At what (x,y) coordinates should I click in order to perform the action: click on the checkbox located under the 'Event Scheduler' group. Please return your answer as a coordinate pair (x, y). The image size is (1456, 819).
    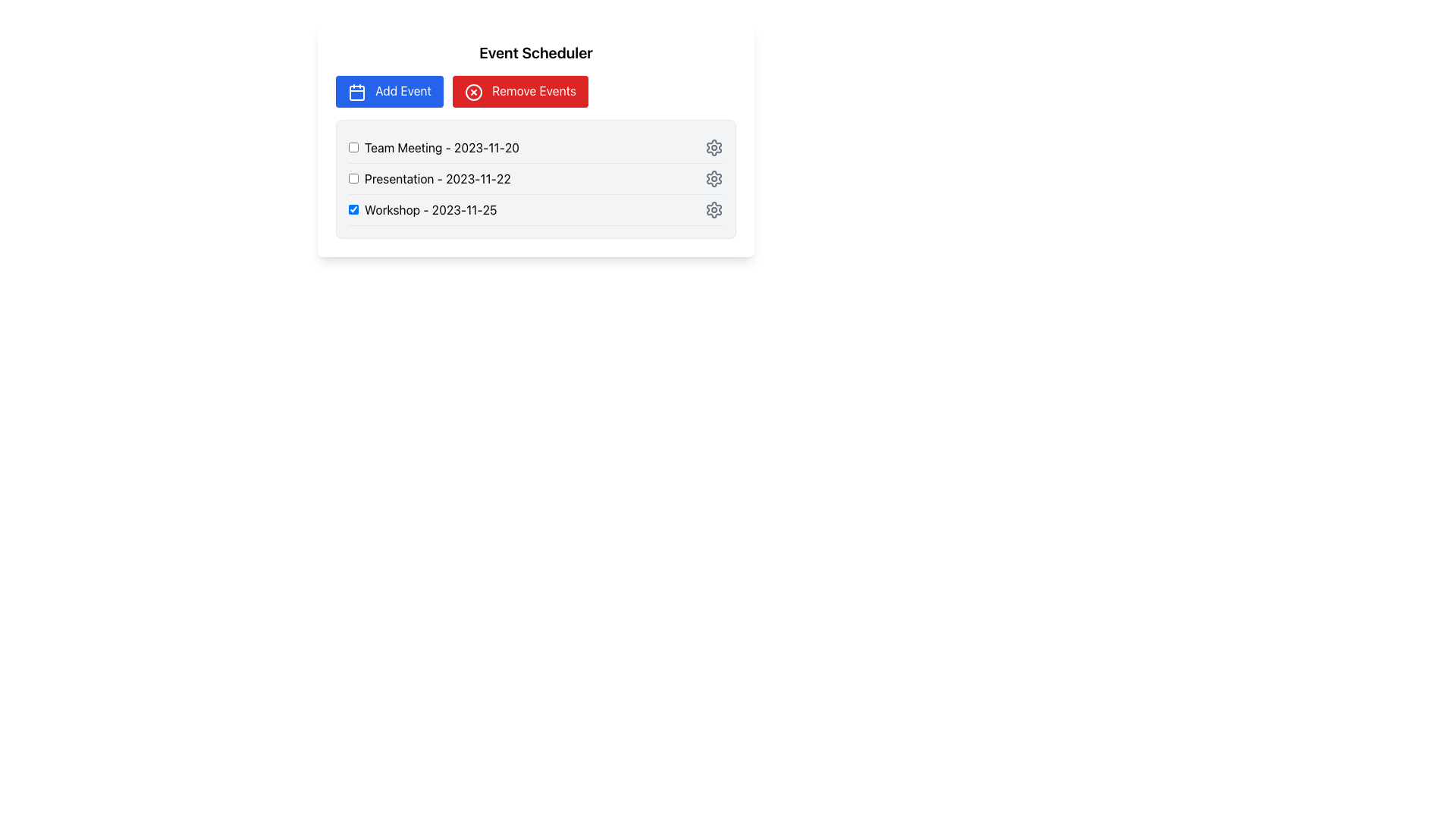
    Looking at the image, I should click on (428, 177).